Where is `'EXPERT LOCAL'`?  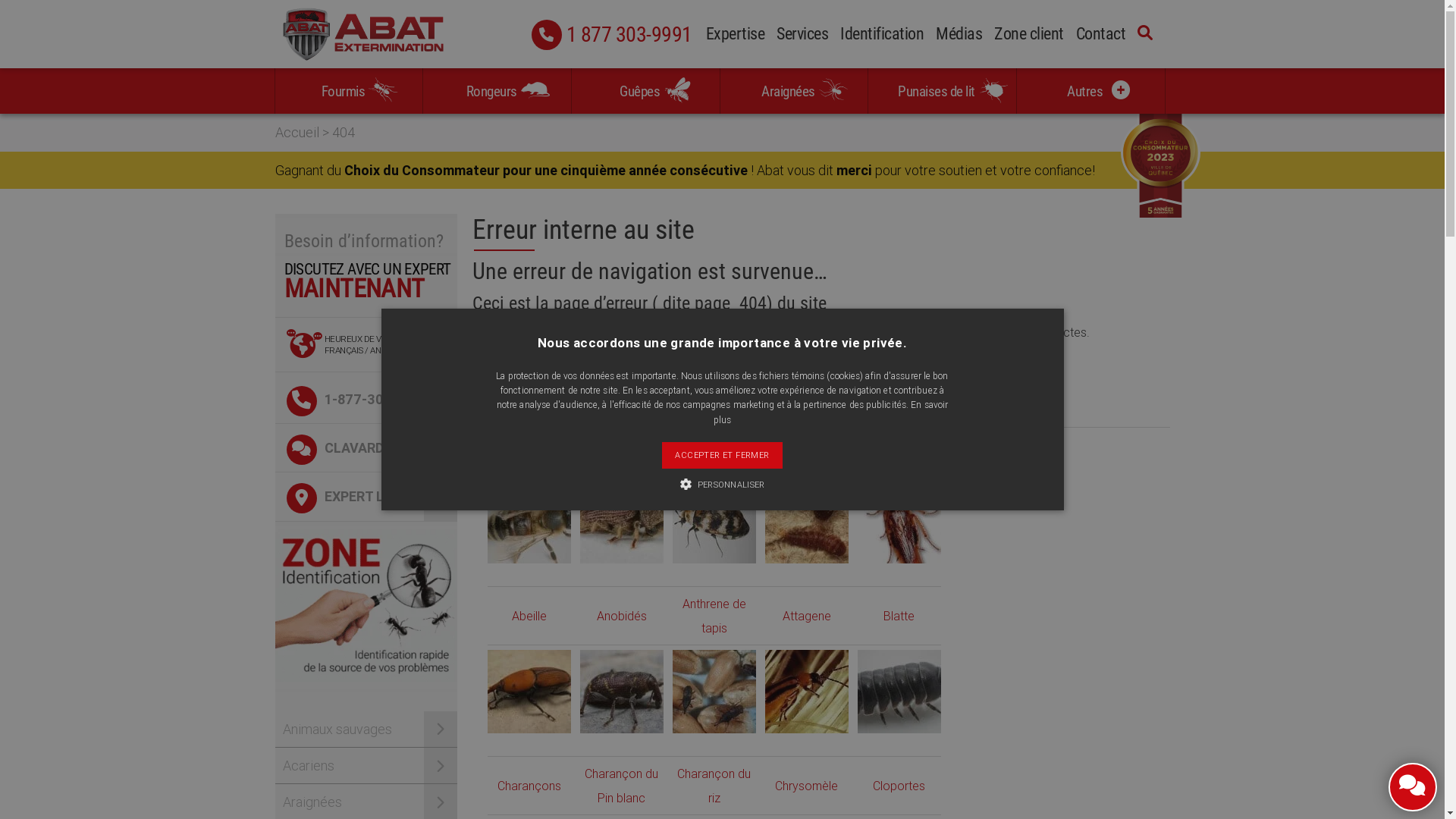
'EXPERT LOCAL' is located at coordinates (365, 497).